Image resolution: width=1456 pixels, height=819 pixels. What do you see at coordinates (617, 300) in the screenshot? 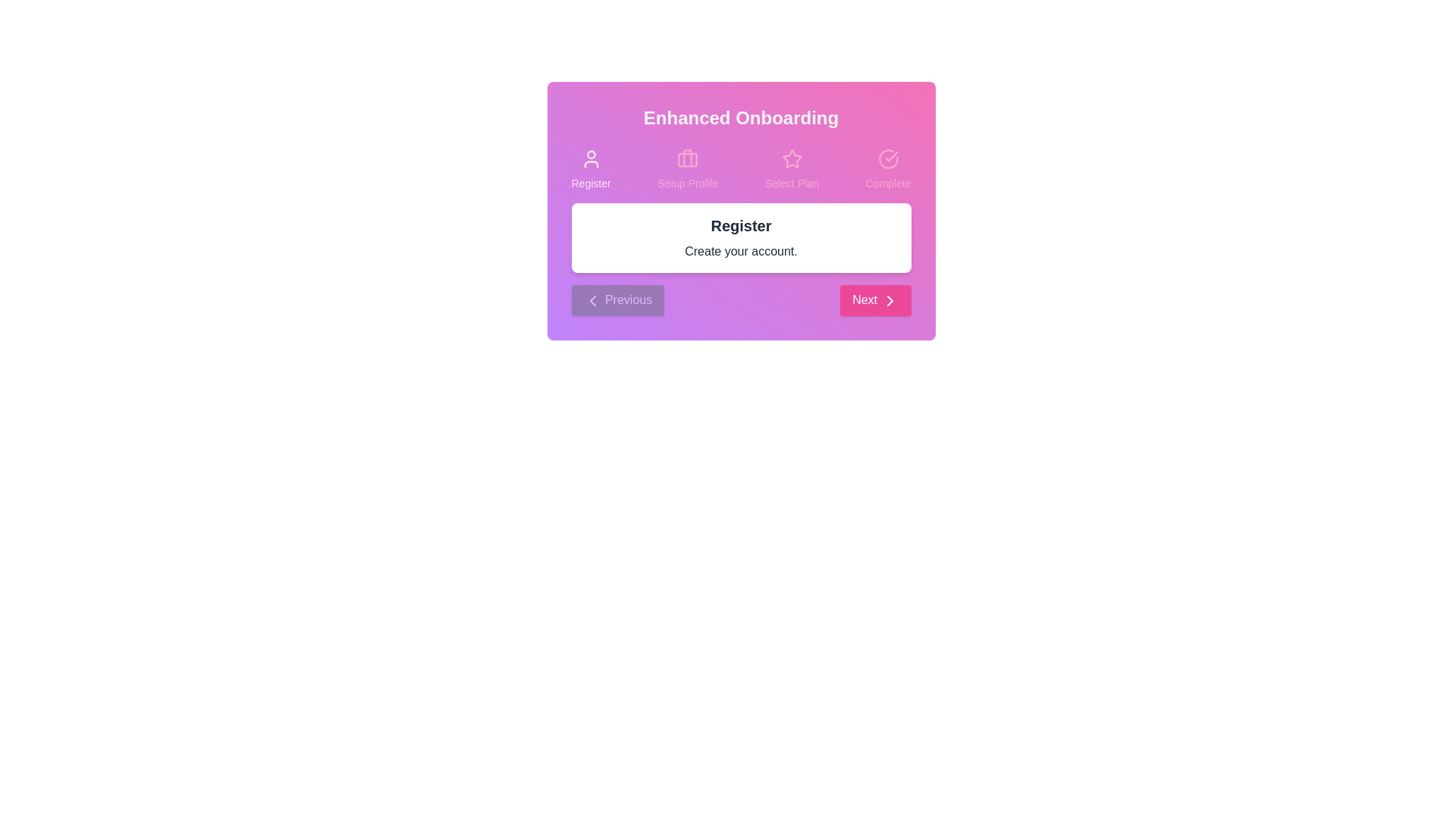
I see `the 'Previous' button to navigate to the previous step` at bounding box center [617, 300].